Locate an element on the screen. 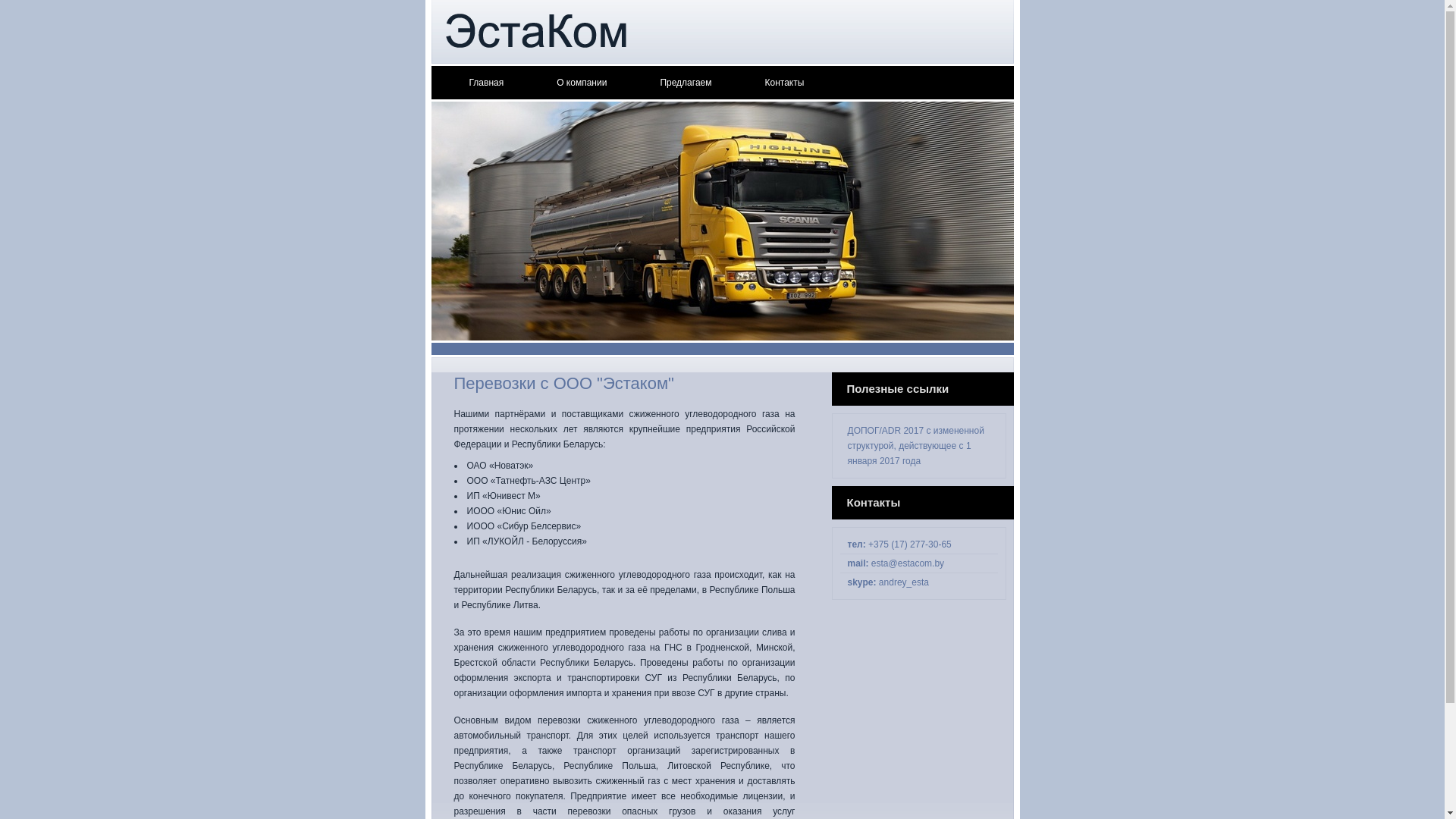  'mail: esta@estacom.by' is located at coordinates (896, 563).